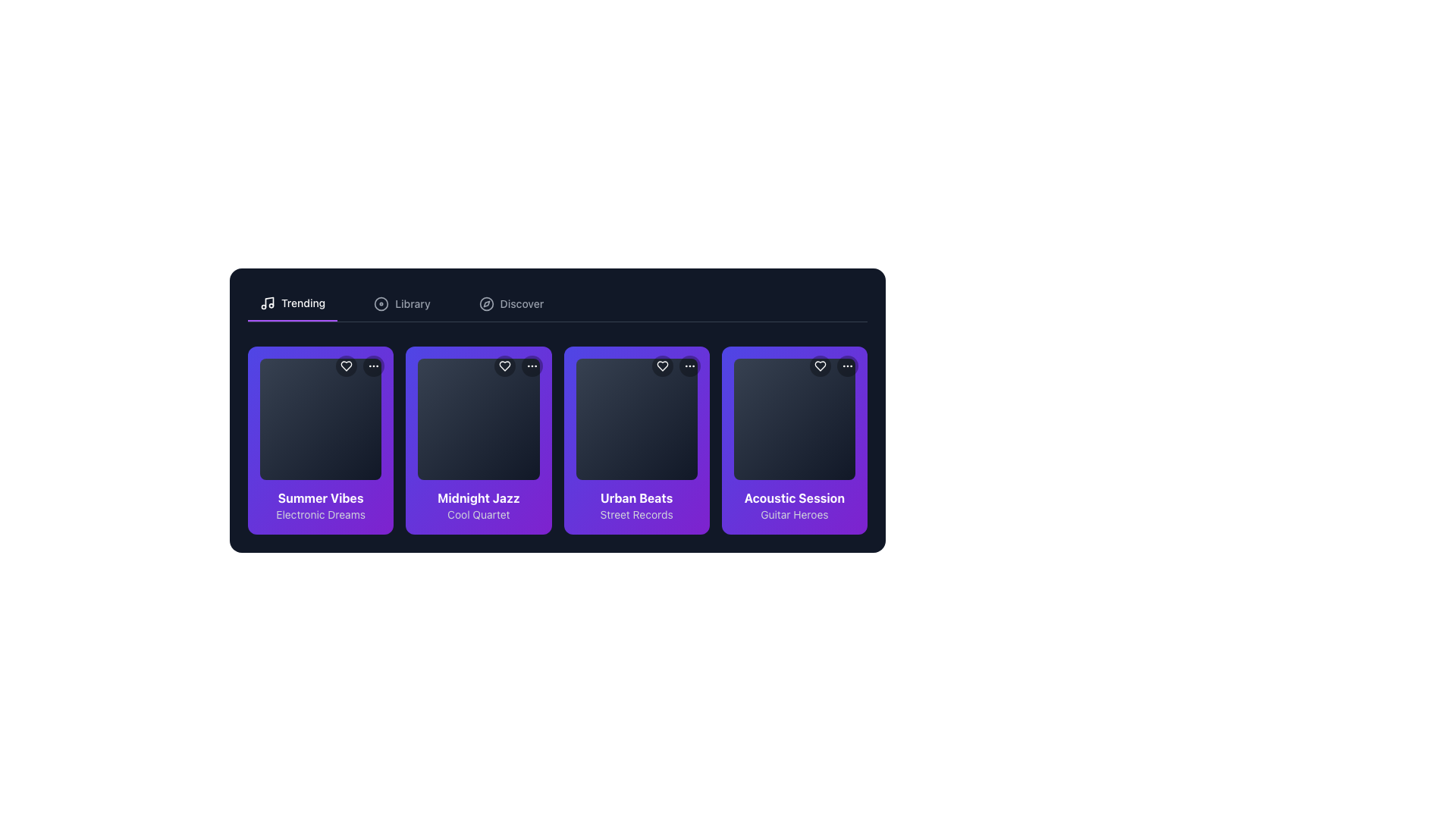  Describe the element at coordinates (320, 419) in the screenshot. I see `first square tile in the horizontal list under the 'Summer Vibes' title in the 'Trending' section` at that location.